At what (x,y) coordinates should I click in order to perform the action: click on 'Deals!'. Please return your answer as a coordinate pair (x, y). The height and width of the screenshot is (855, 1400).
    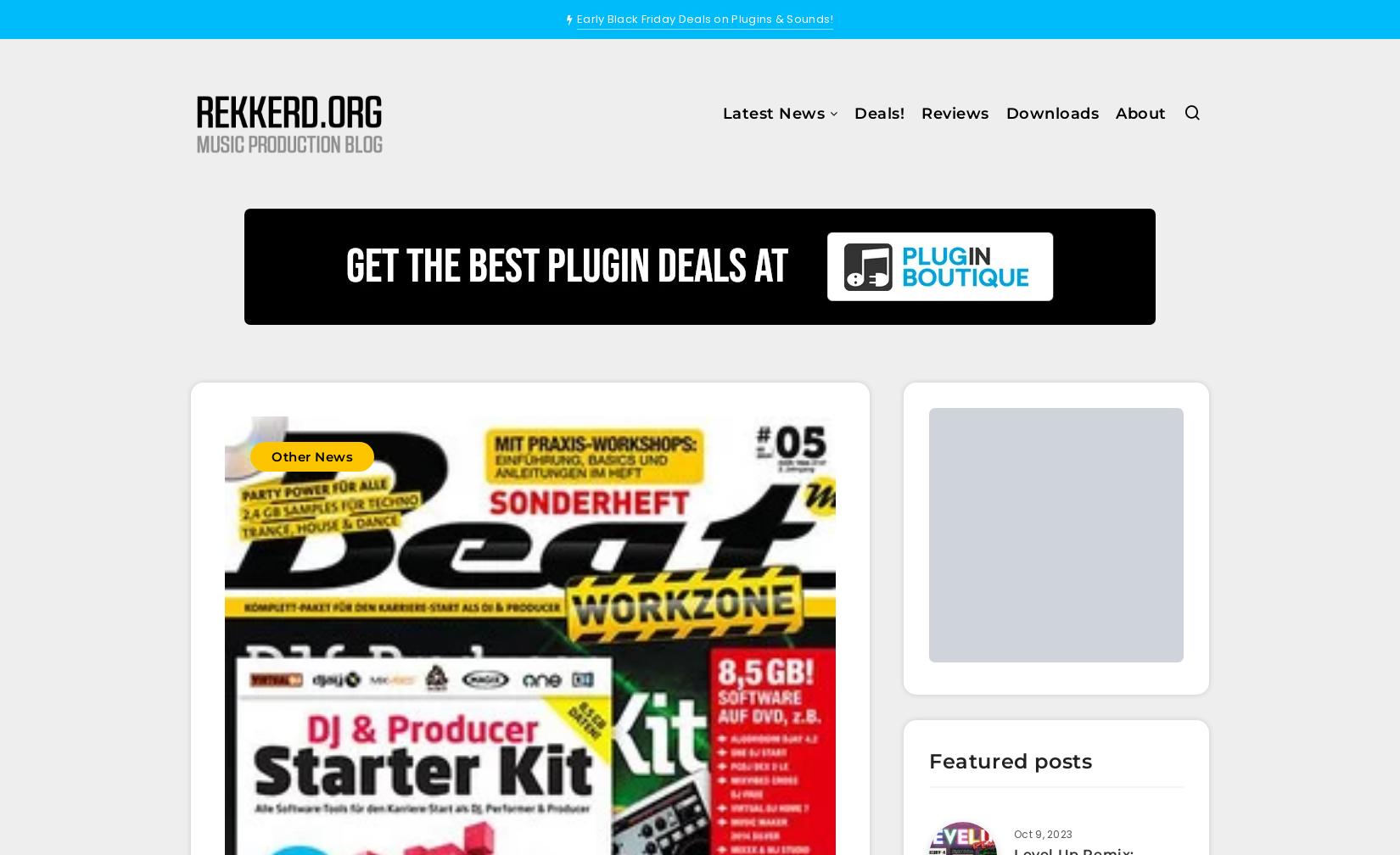
    Looking at the image, I should click on (854, 113).